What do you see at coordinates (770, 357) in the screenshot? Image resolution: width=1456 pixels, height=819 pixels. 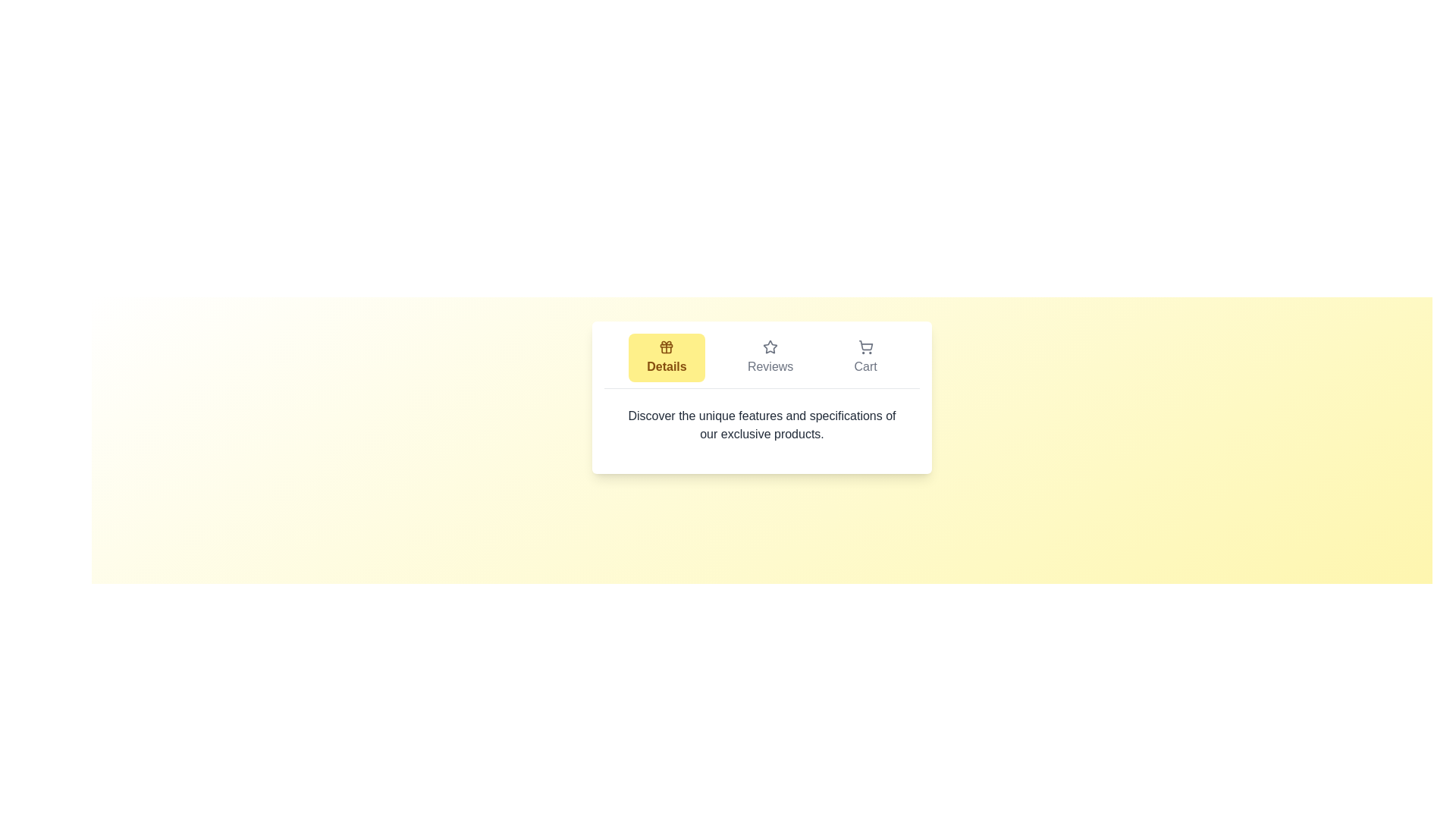 I see `the Reviews tab by clicking on it` at bounding box center [770, 357].